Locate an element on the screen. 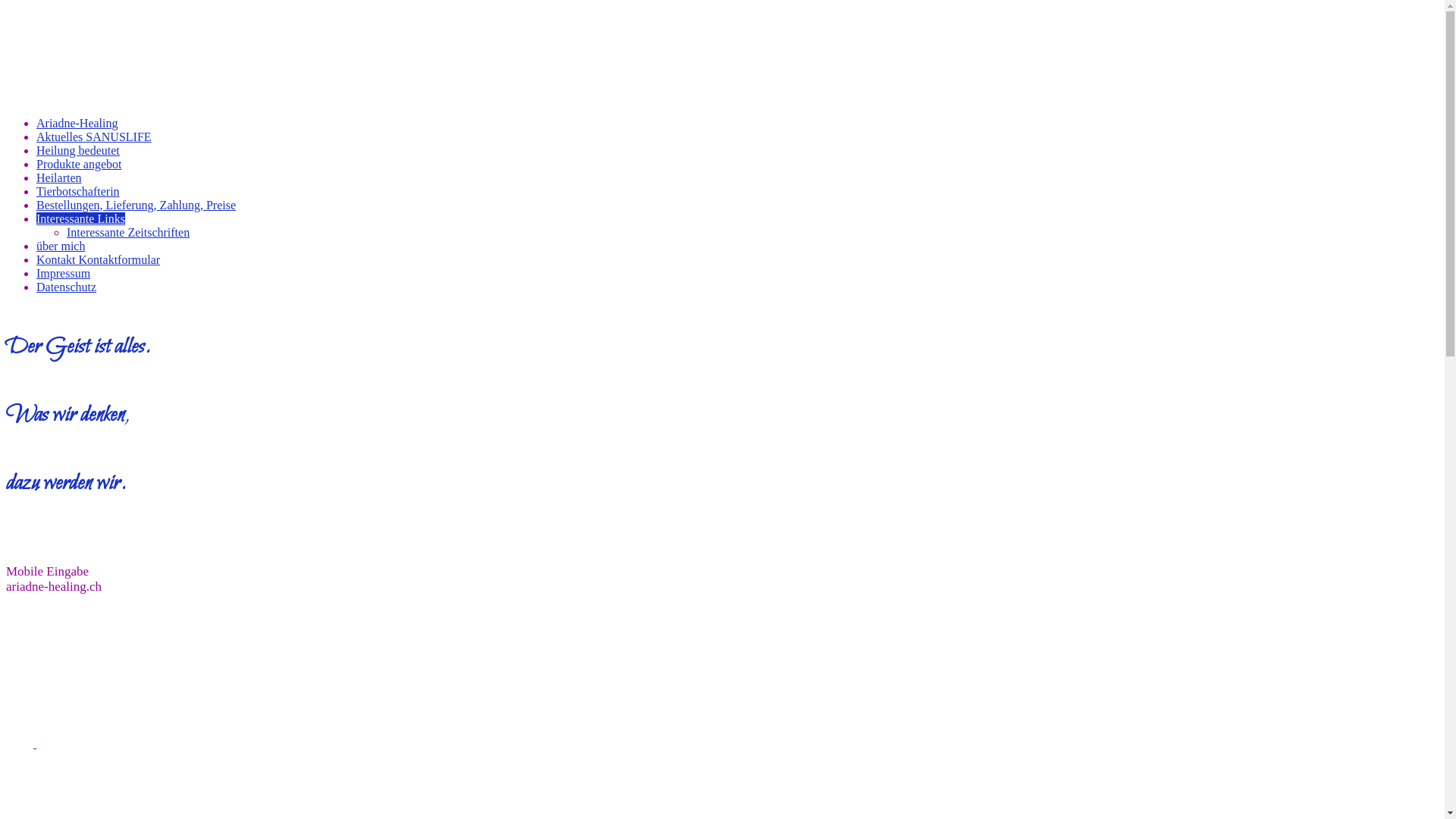 The width and height of the screenshot is (1456, 819). 'Impressum' is located at coordinates (62, 273).